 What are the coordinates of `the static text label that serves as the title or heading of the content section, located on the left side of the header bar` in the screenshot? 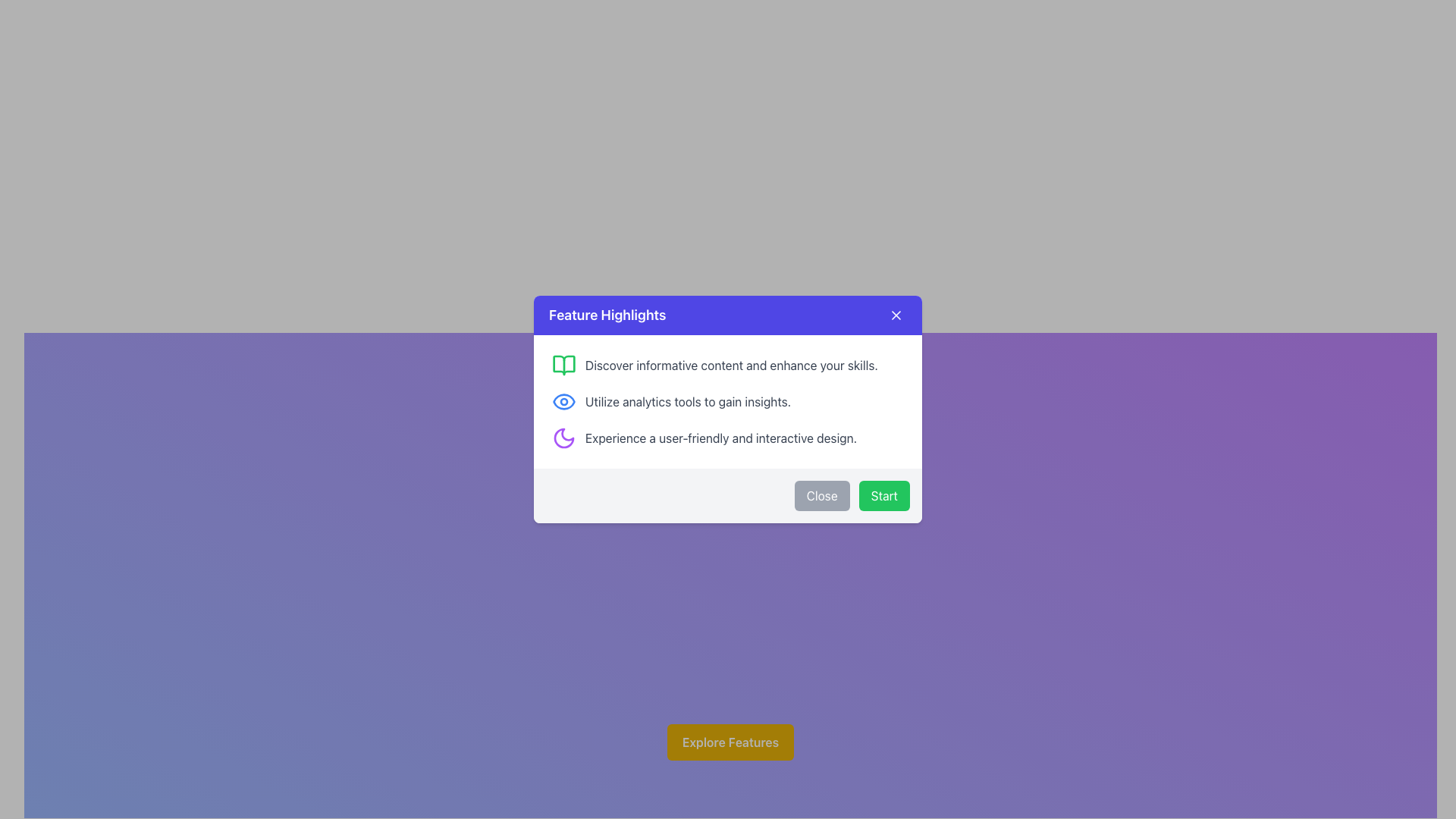 It's located at (607, 315).